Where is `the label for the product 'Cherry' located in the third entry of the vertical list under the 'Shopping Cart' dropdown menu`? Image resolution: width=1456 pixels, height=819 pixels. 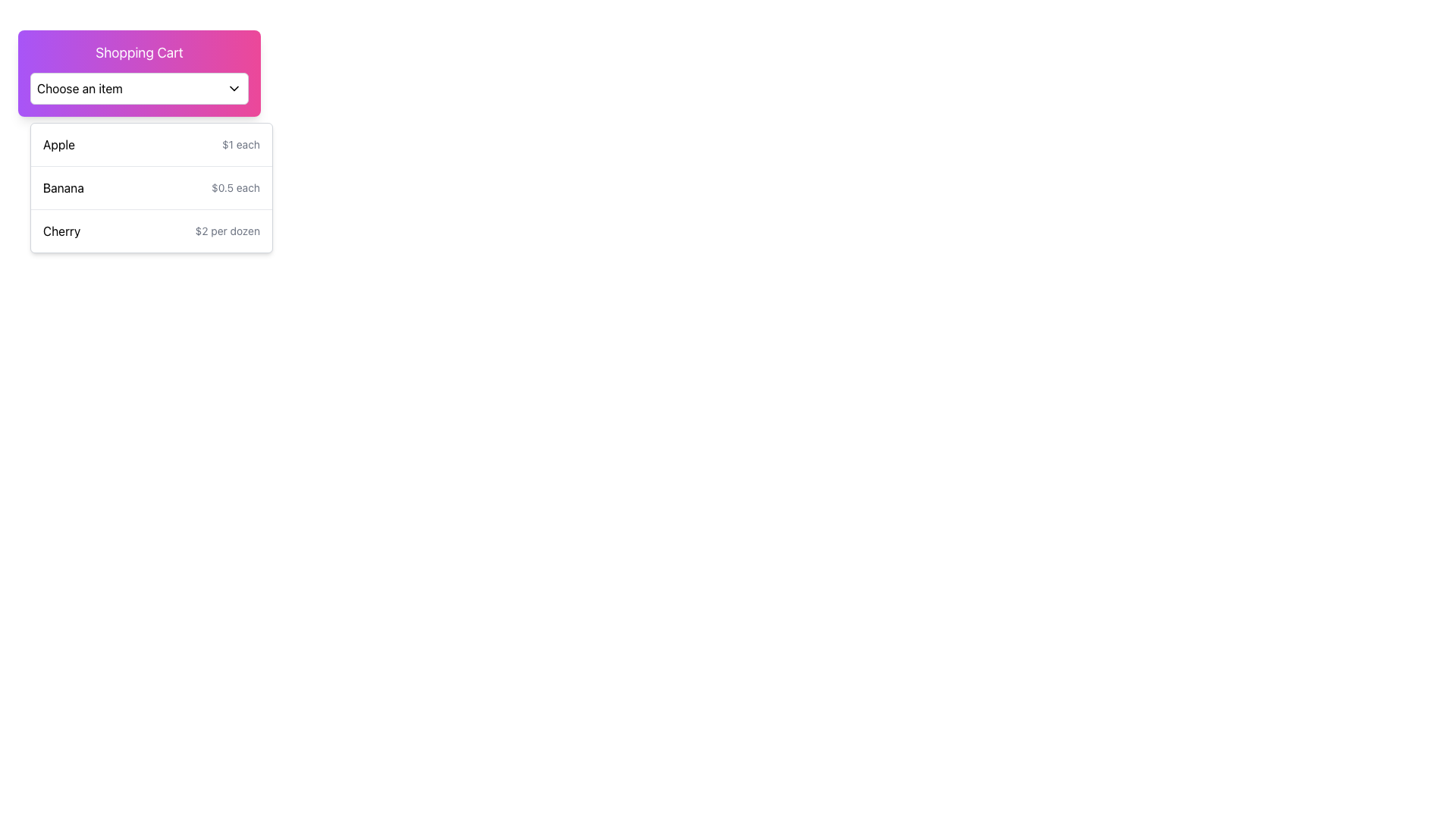 the label for the product 'Cherry' located in the third entry of the vertical list under the 'Shopping Cart' dropdown menu is located at coordinates (61, 231).